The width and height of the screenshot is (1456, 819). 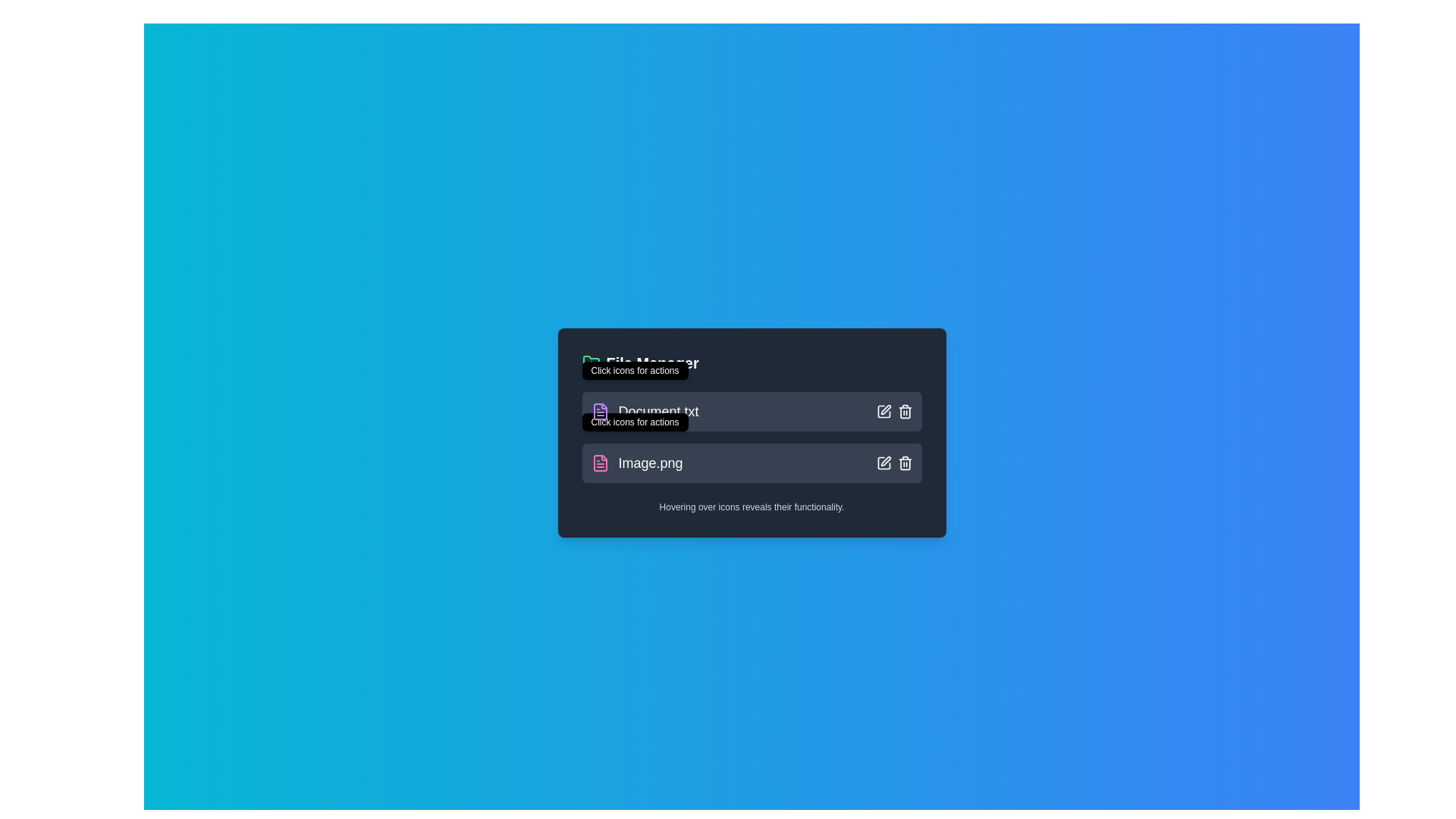 What do you see at coordinates (599, 462) in the screenshot?
I see `the file icon representing 'Image.png'` at bounding box center [599, 462].